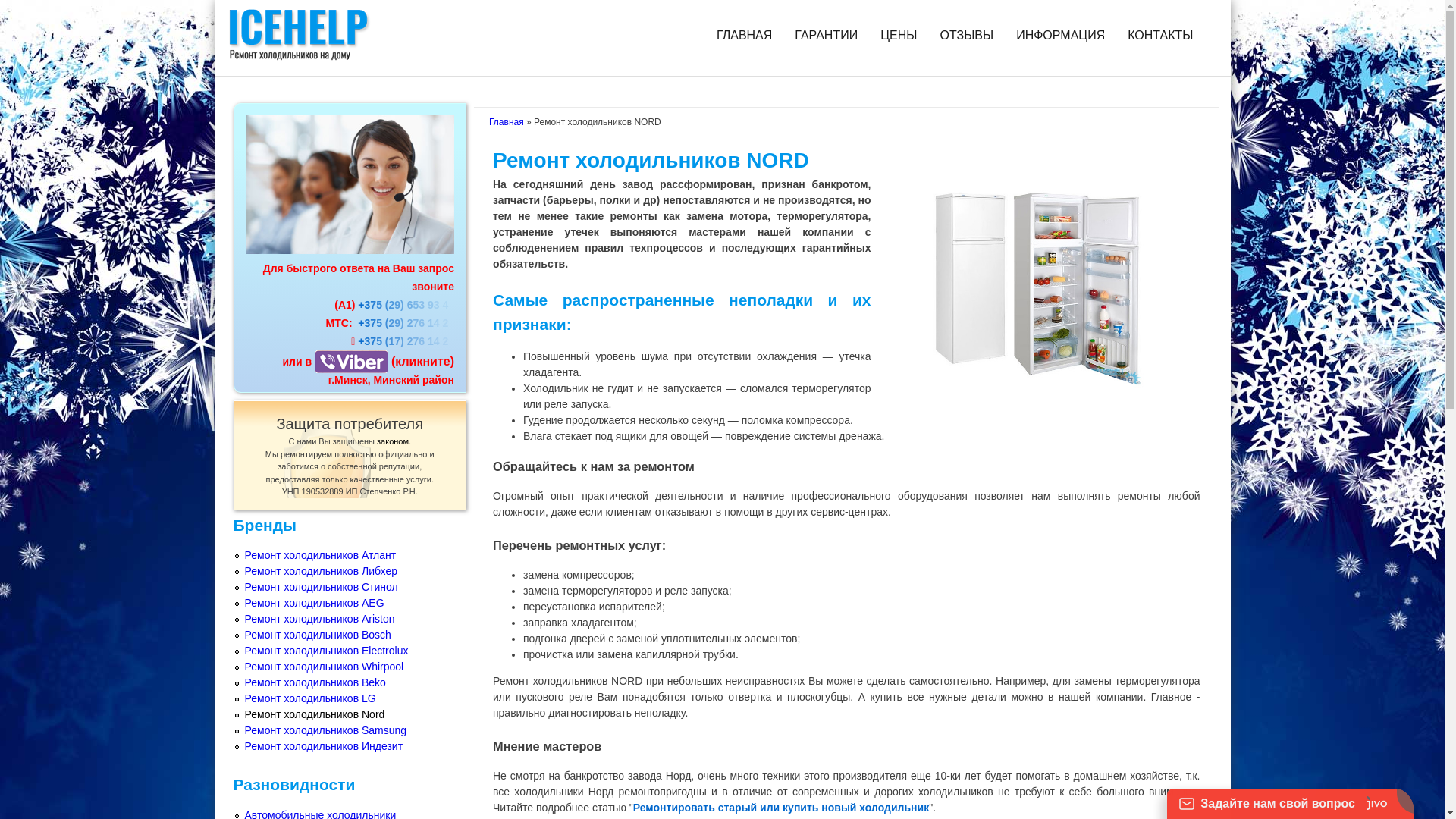 This screenshot has width=1456, height=819. Describe the element at coordinates (406, 341) in the screenshot. I see `'+375 (17) 276 14 2'` at that location.